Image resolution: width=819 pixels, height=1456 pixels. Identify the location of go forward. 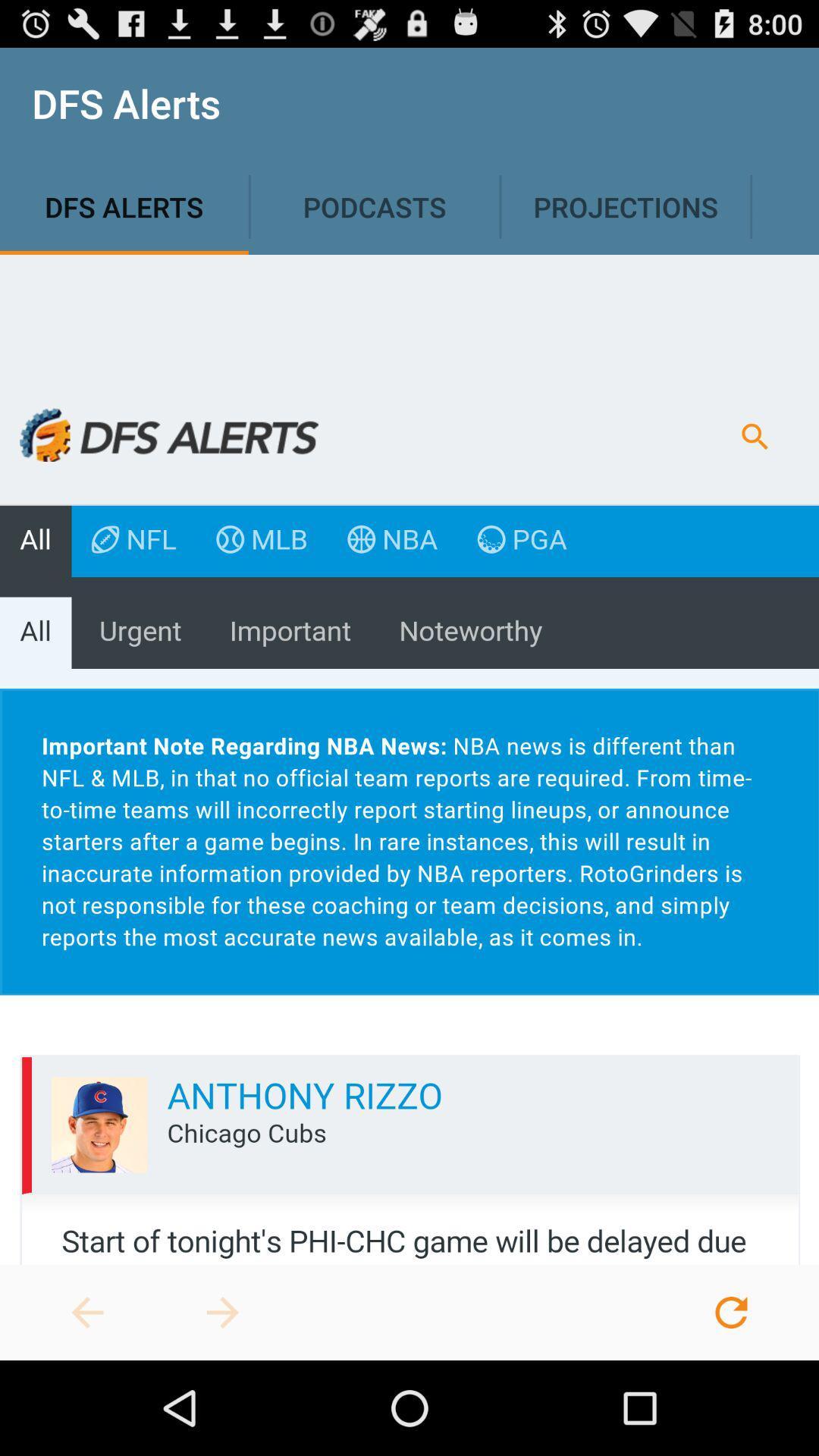
(222, 1312).